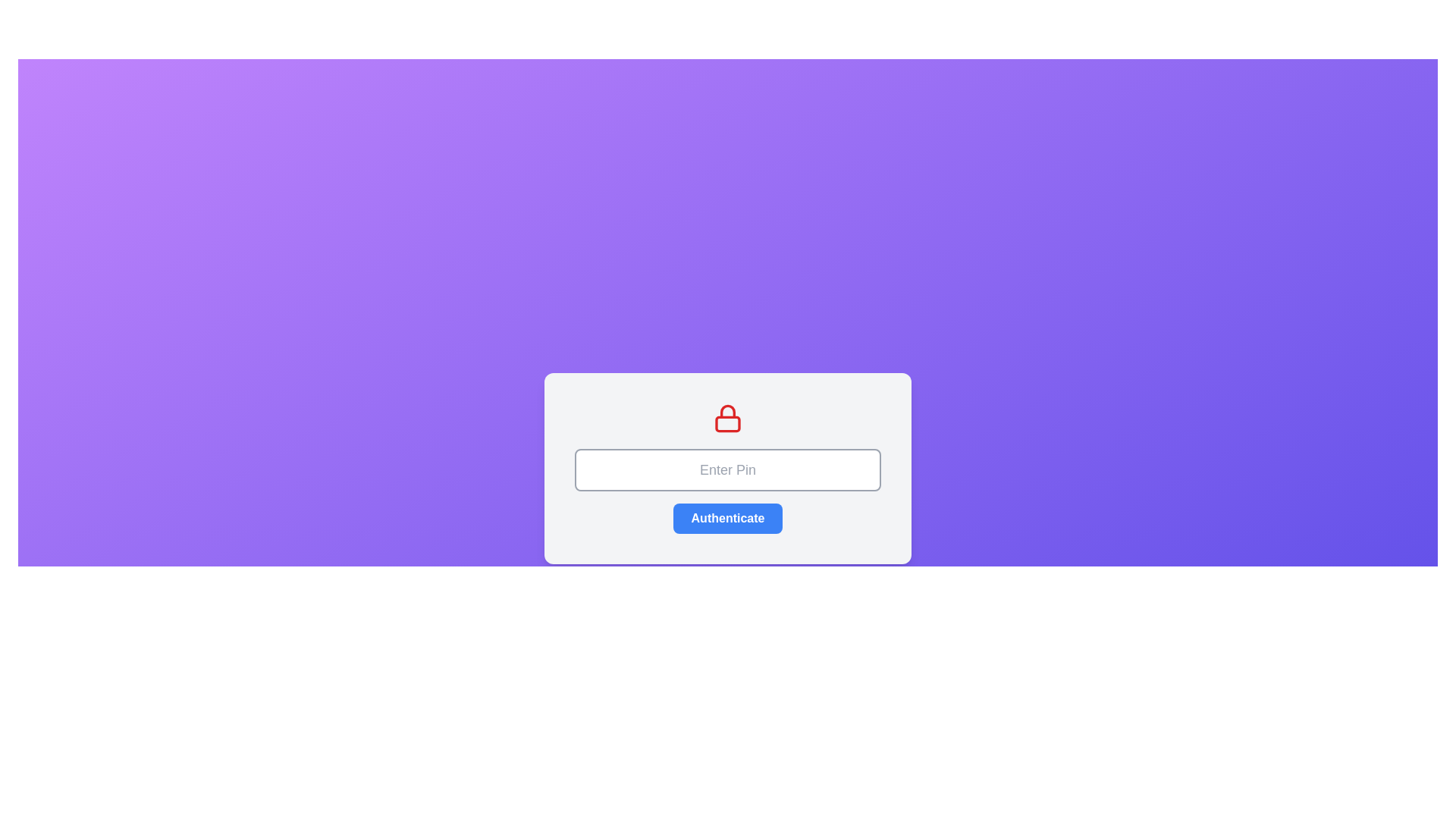 This screenshot has width=1456, height=819. I want to click on the red outlined padlock icon, which is positioned prominently above the 'Enter Pin' input field and the 'Authenticate' button, so click(728, 418).